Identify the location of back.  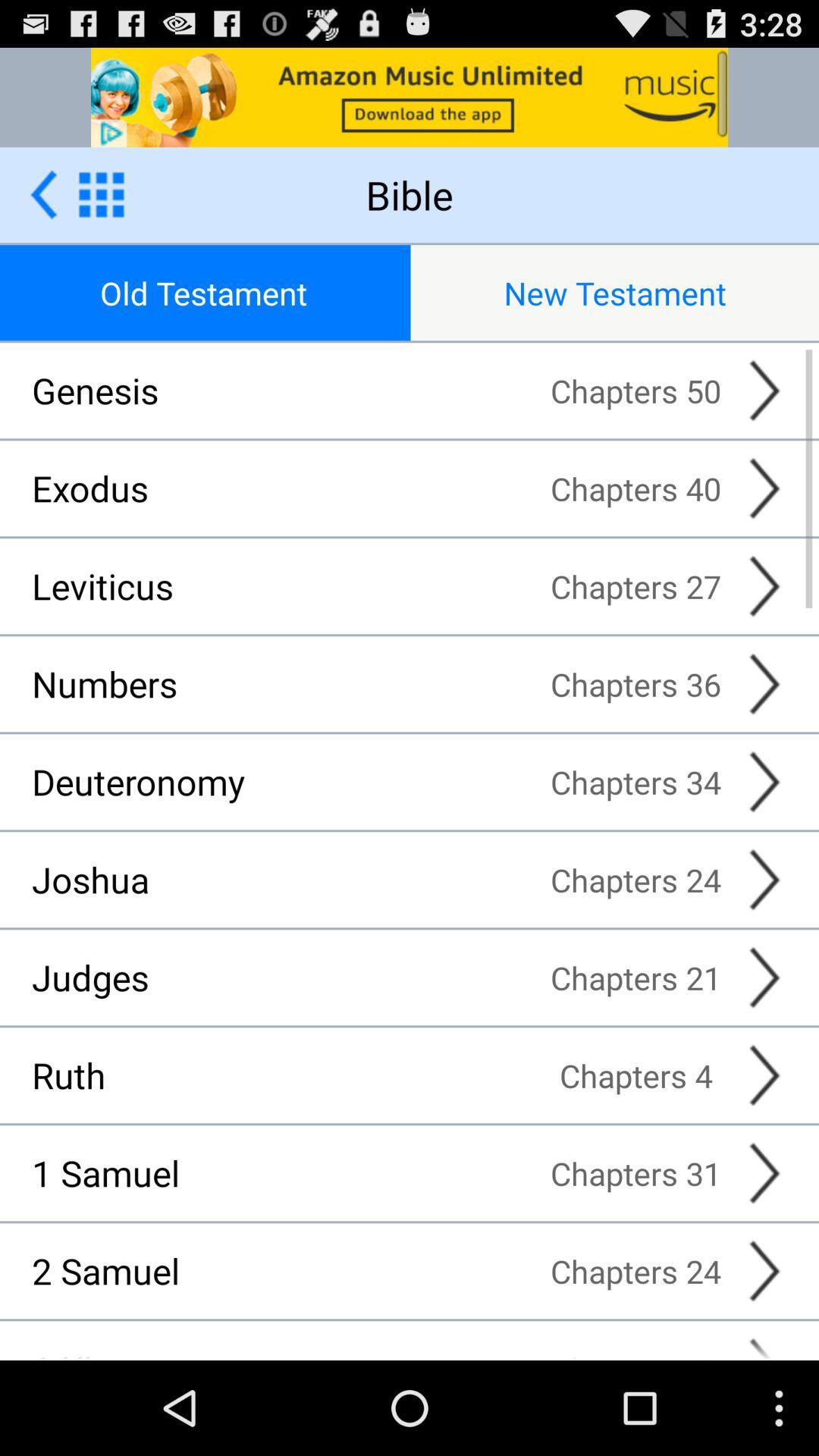
(42, 193).